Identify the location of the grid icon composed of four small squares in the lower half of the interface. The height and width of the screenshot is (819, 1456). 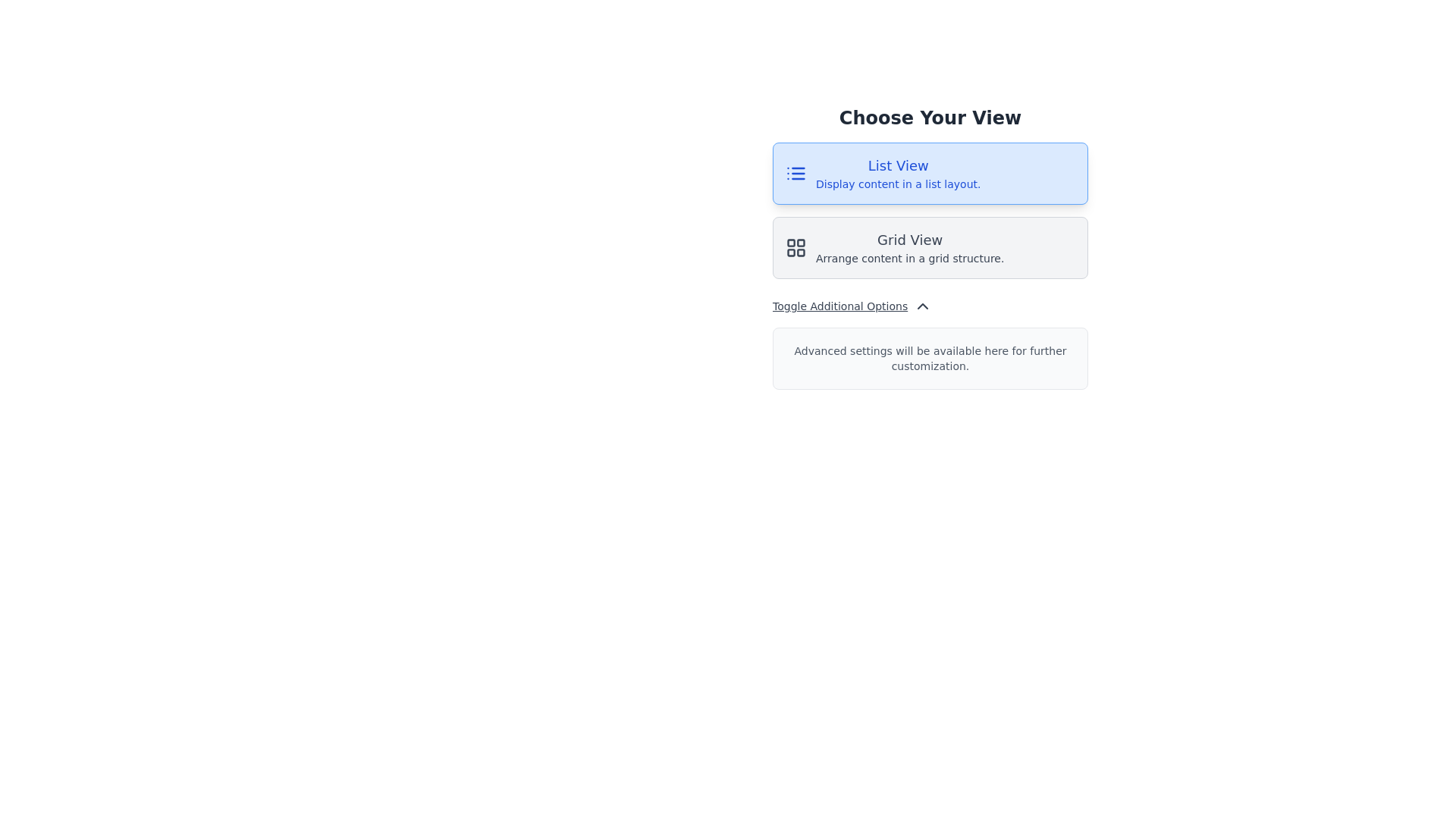
(795, 247).